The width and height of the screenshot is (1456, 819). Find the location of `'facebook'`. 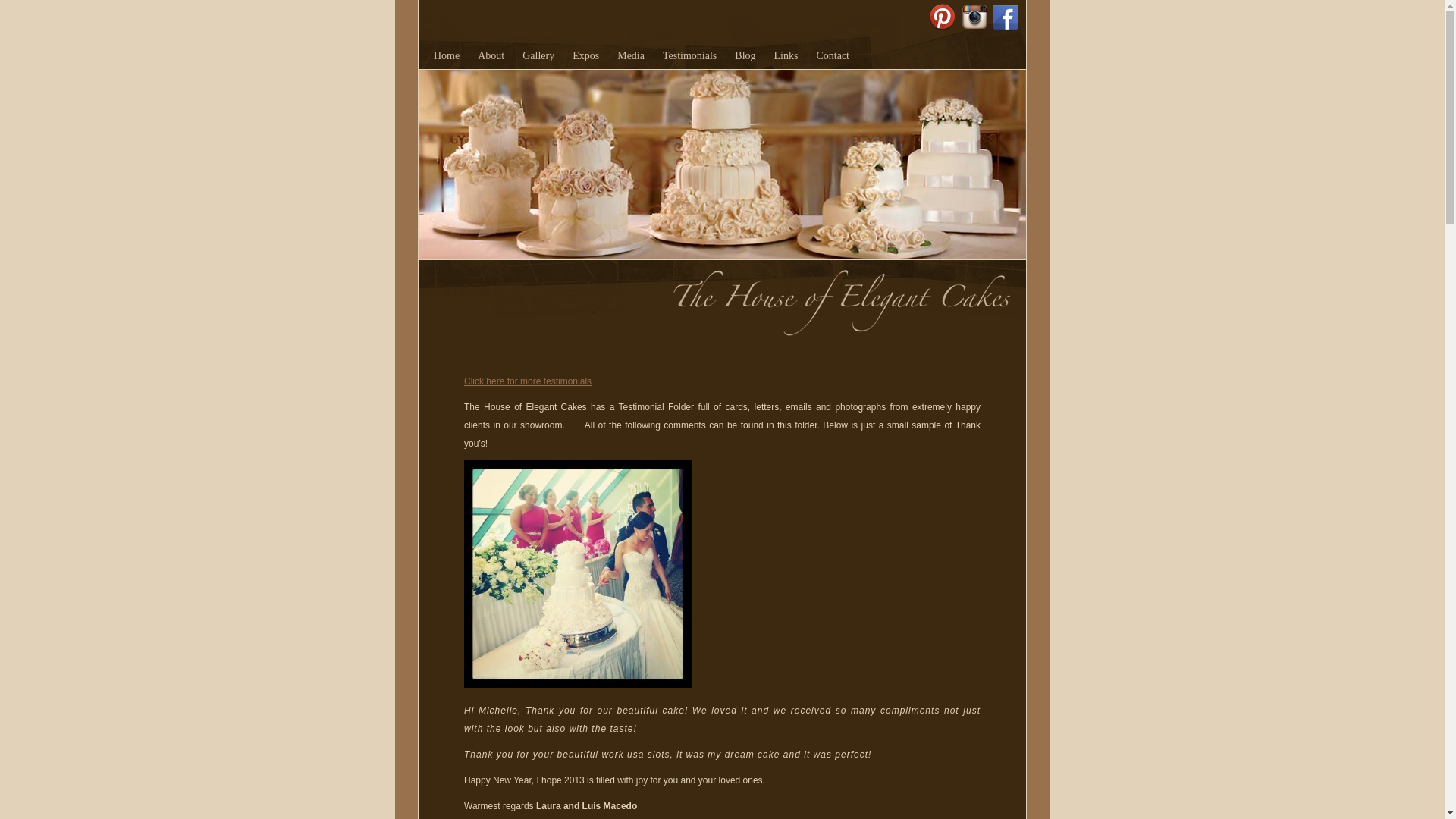

'facebook' is located at coordinates (1006, 8).